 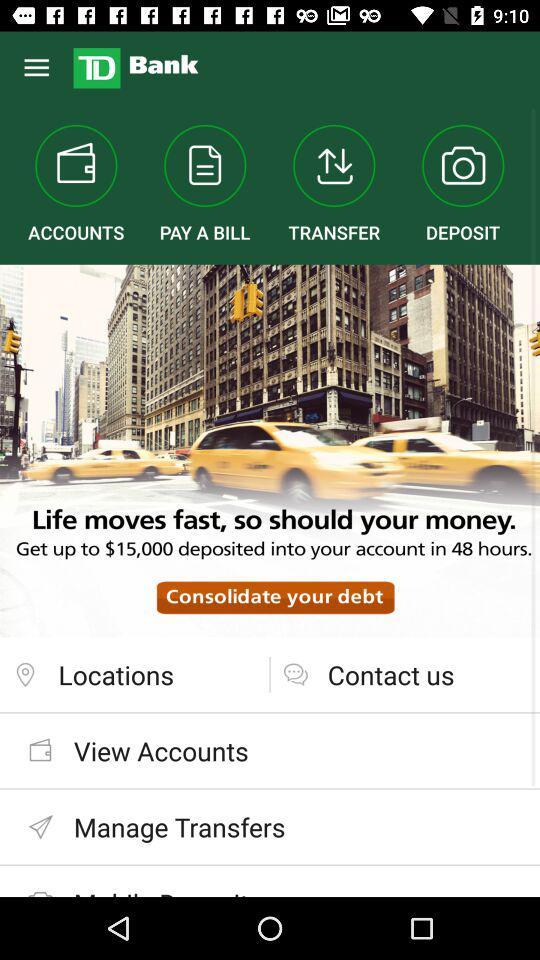 What do you see at coordinates (270, 749) in the screenshot?
I see `the icon below locations` at bounding box center [270, 749].